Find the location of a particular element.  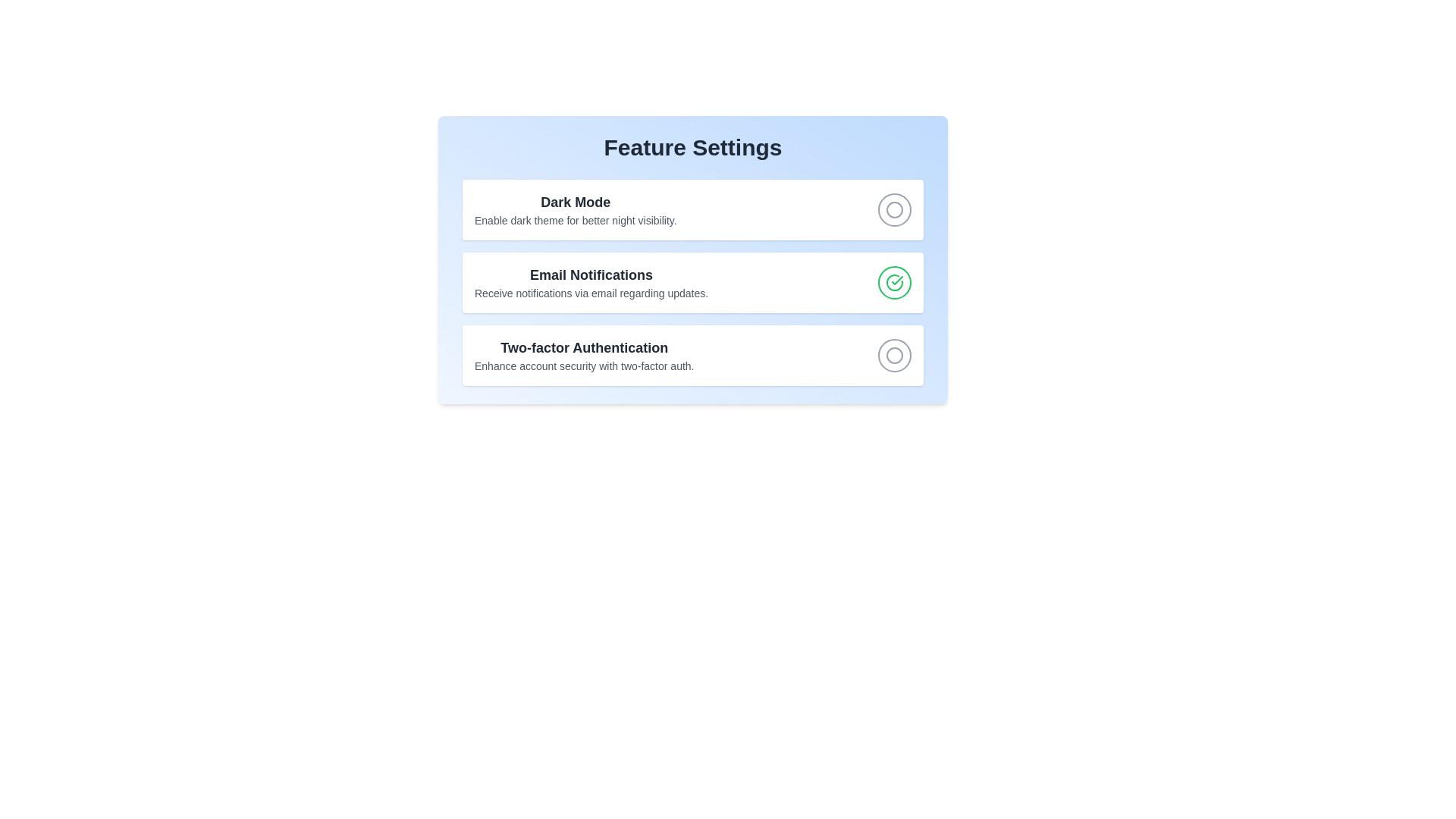

the 'Email Notifications' setting panel card, which is the middle section in the list under 'Feature Settings' and has a green circular icon on its right side, to trigger the hover effect is located at coordinates (692, 283).